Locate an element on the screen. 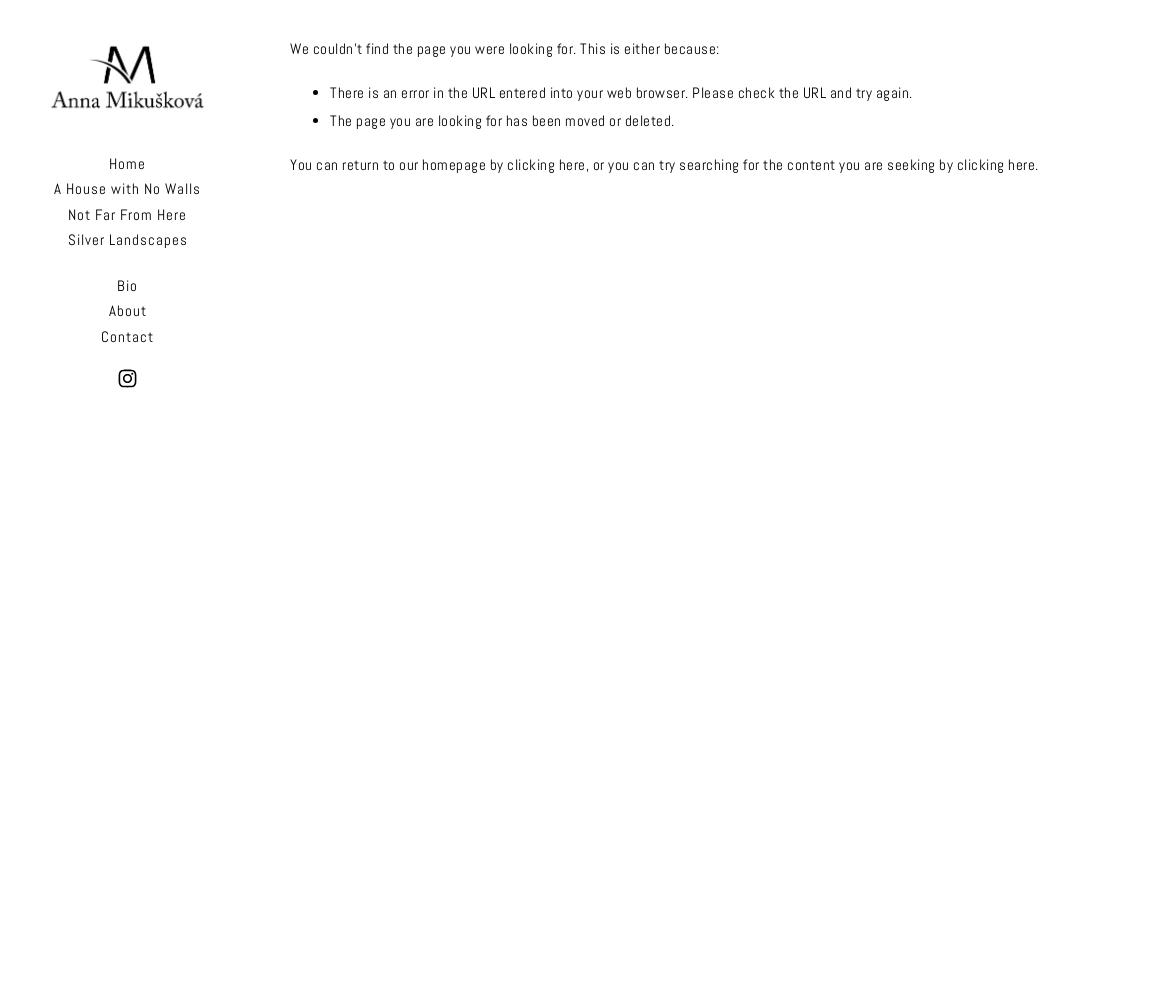 The width and height of the screenshot is (1150, 1000). 'Contact' is located at coordinates (126, 334).